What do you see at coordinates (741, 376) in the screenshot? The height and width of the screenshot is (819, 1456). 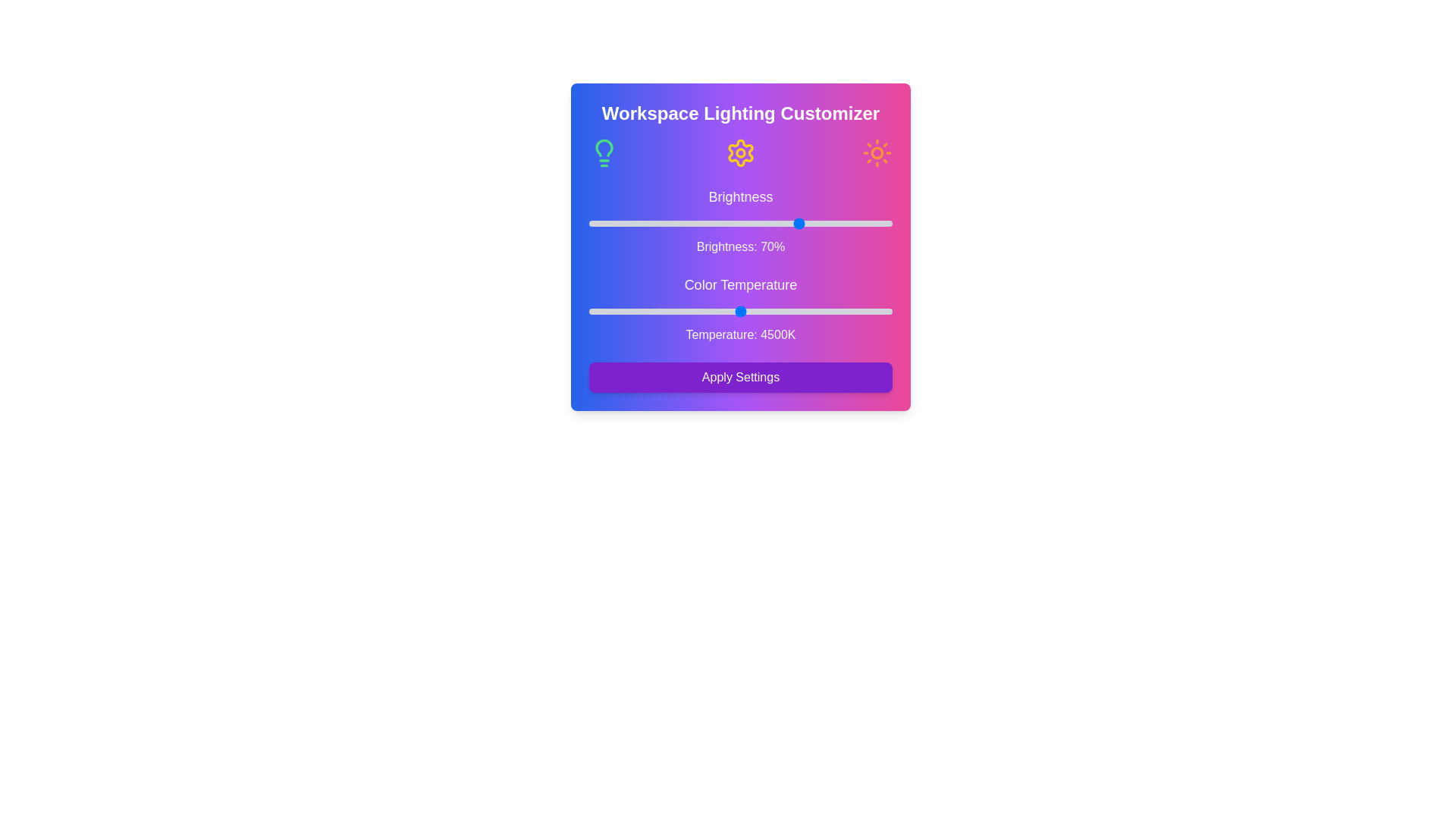 I see `the 'Apply Settings' button to apply the current settings` at bounding box center [741, 376].